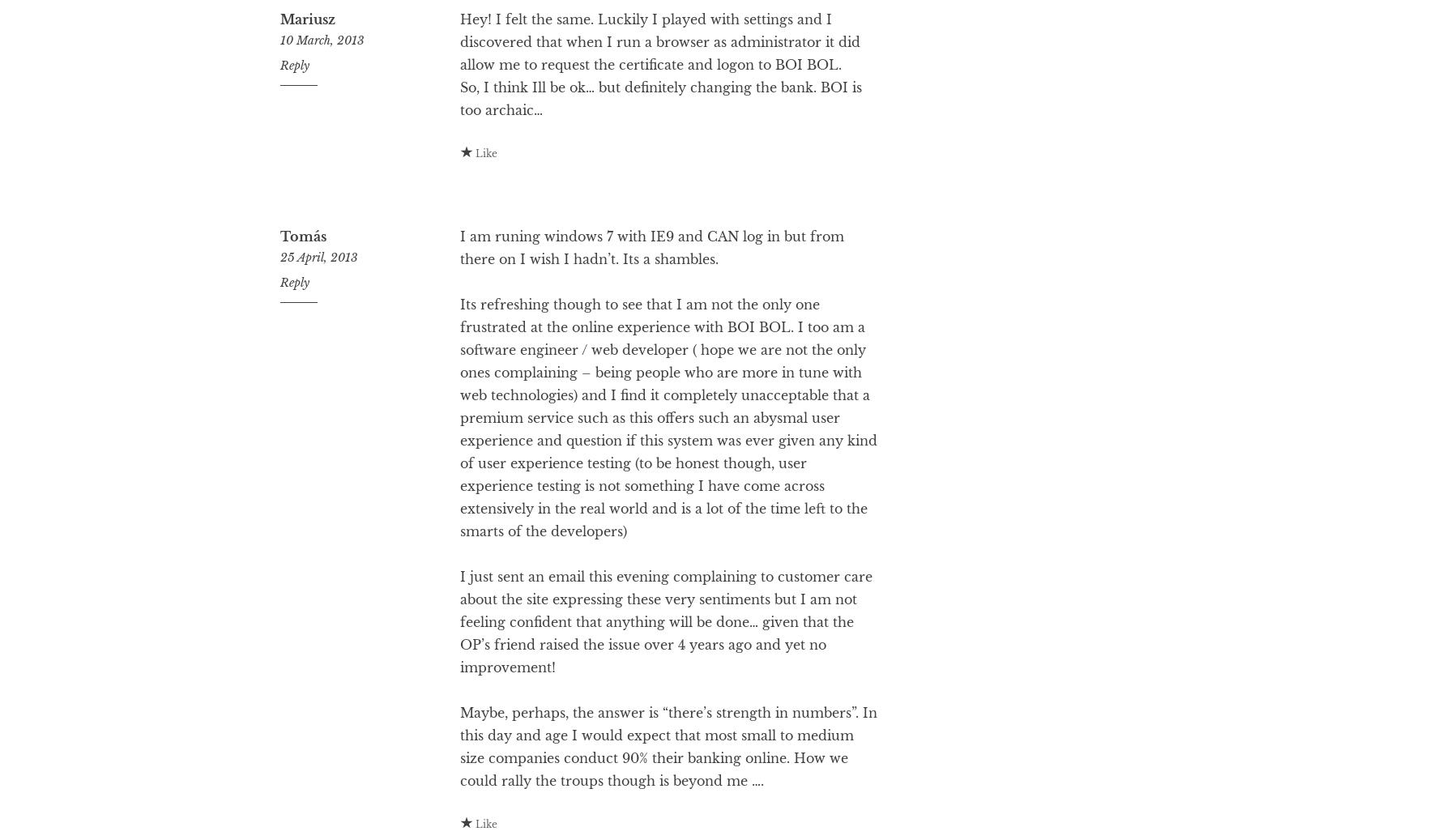 This screenshot has height=840, width=1442. What do you see at coordinates (458, 482) in the screenshot?
I see `'Its refreshing though to see that I am not the only one frustrated at the online experience with BOI BOL. I too am a software engineer / web developer ( hope we are not the only ones complaining – being people who are more in tune with web technologies) and I find it completely unacceptable that a premium service such as this offers such an abysmal user experience and question if this system was ever given any kind of user experience testing (to be honest though, user experience testing is not something I have come across extensively in the real world and is a lot of the time left to the smarts of the developers)'` at bounding box center [458, 482].